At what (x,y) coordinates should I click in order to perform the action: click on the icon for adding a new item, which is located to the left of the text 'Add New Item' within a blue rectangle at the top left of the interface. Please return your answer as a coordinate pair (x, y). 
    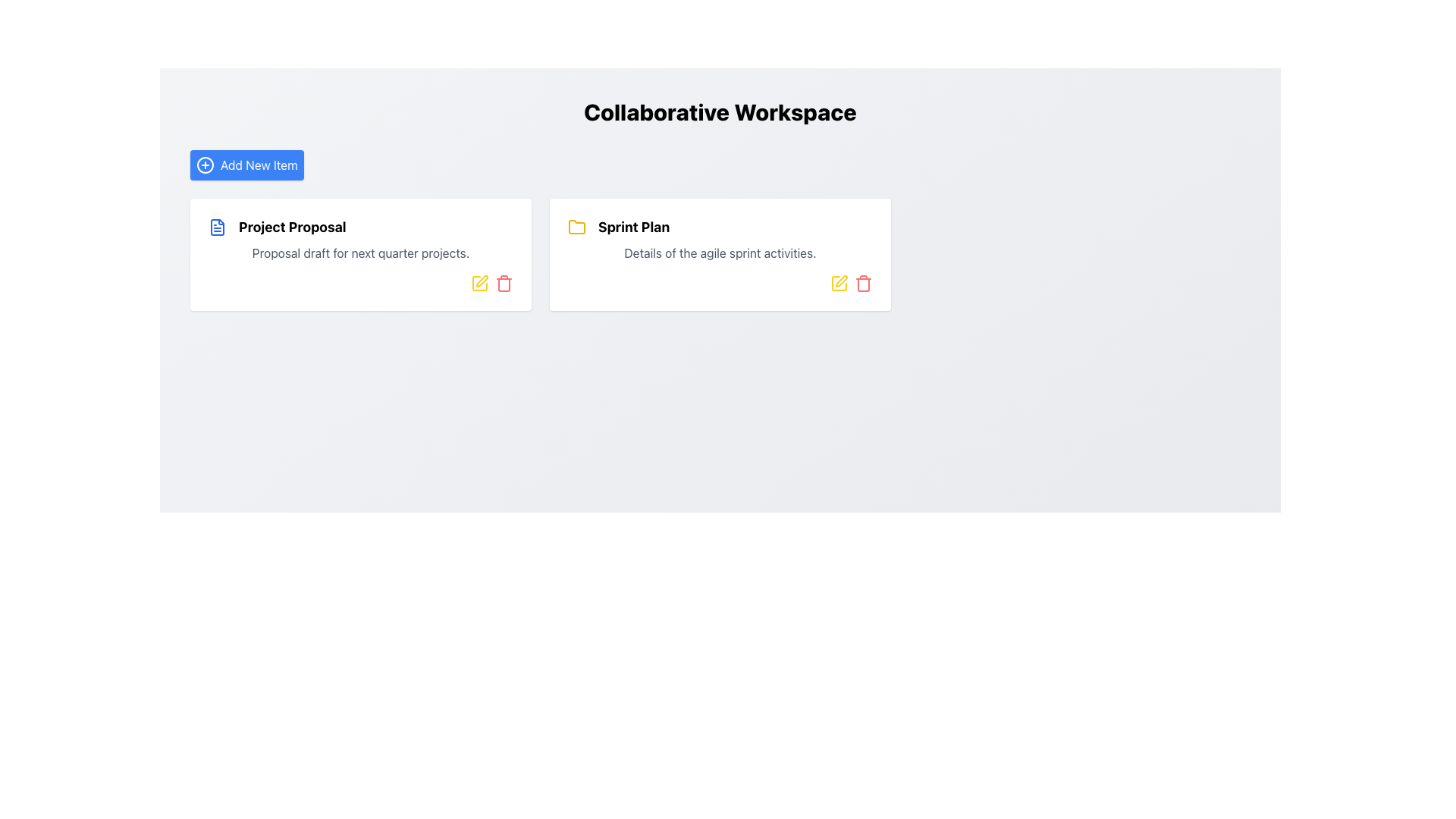
    Looking at the image, I should click on (204, 165).